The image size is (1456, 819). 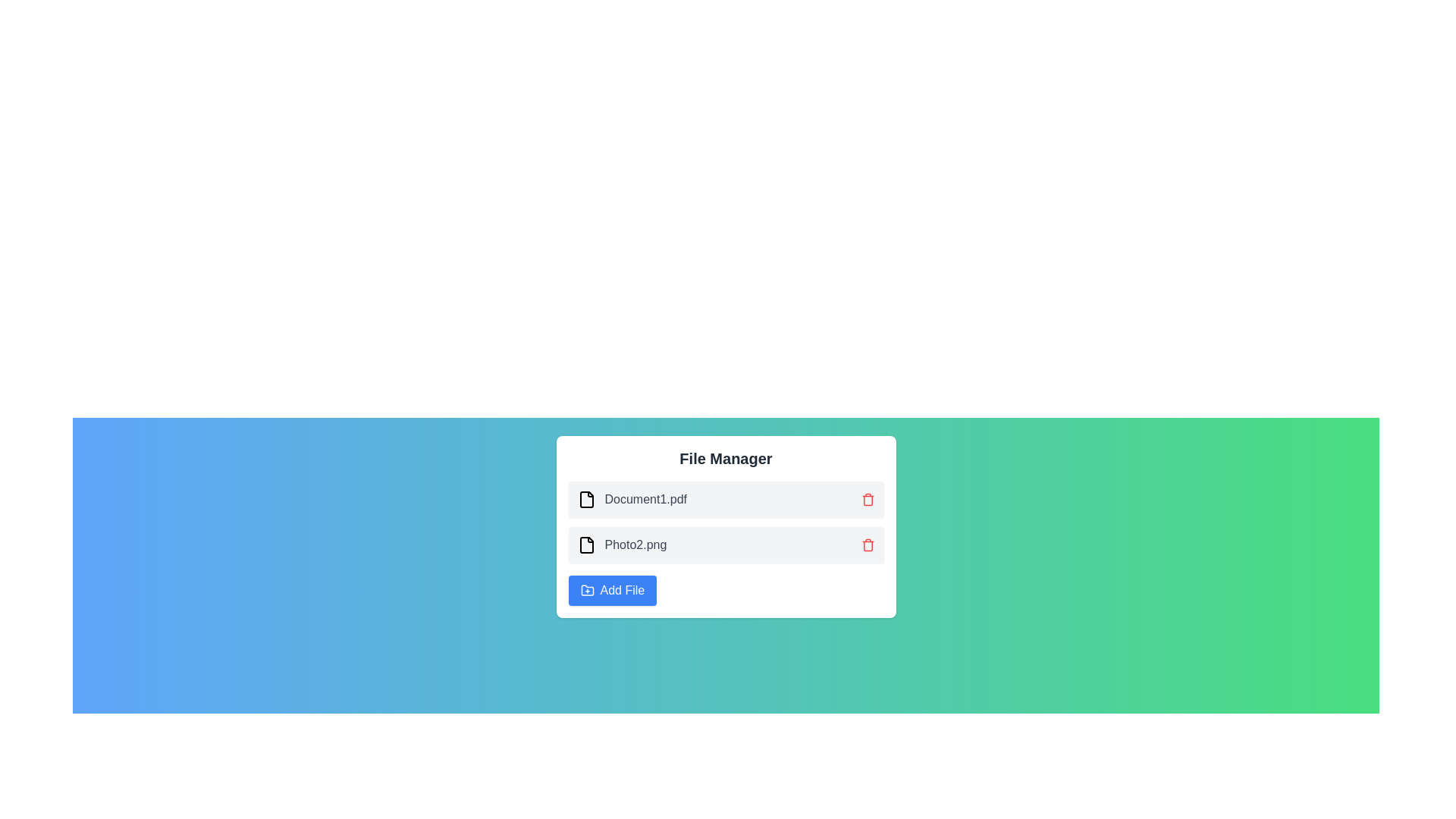 I want to click on the document icon with a folded top-right corner located next to the file name 'Photo2.png' in the file management interface, so click(x=585, y=544).